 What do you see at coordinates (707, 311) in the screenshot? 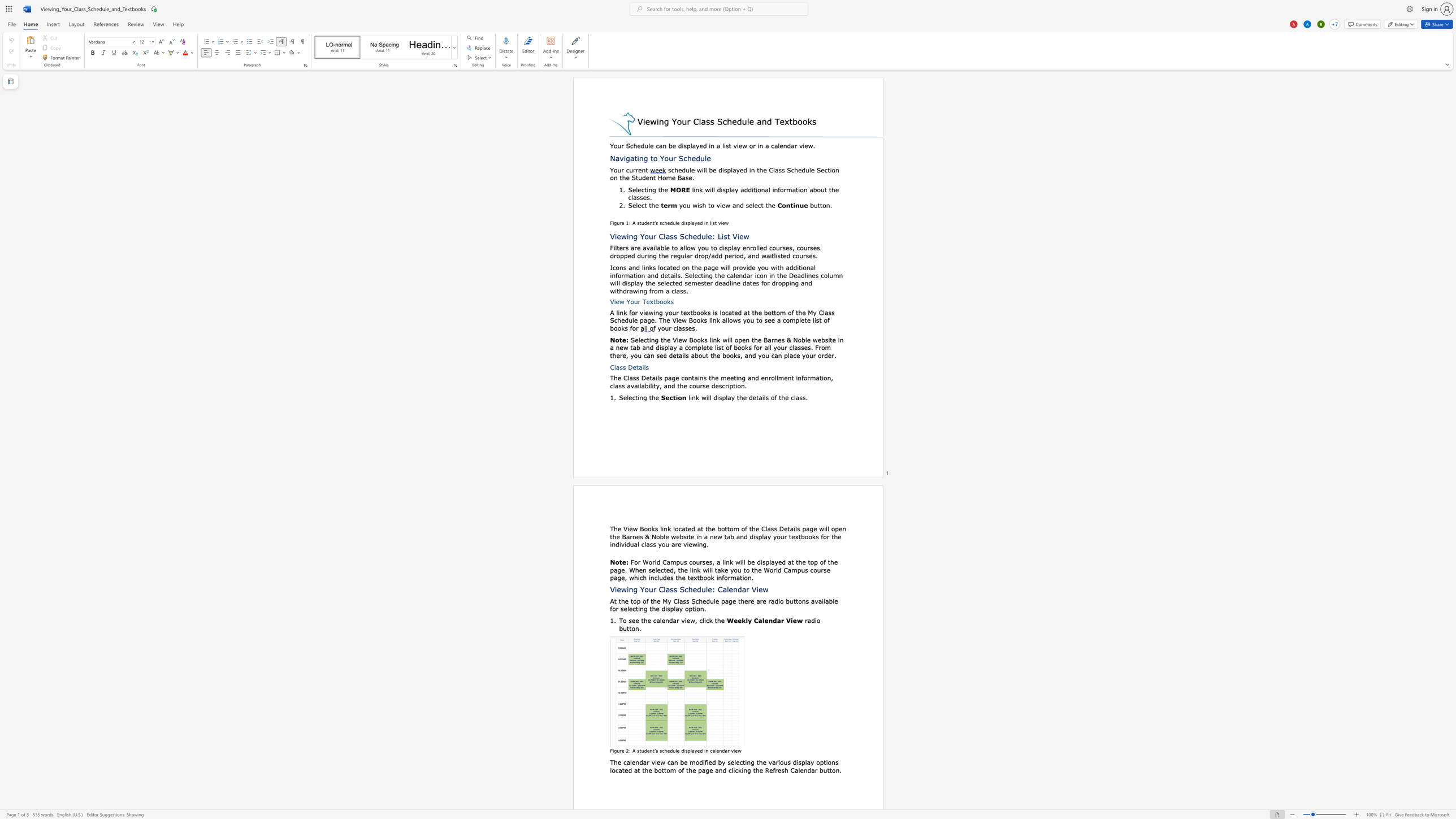
I see `the space between the continuous character "k" and "s" in the text` at bounding box center [707, 311].